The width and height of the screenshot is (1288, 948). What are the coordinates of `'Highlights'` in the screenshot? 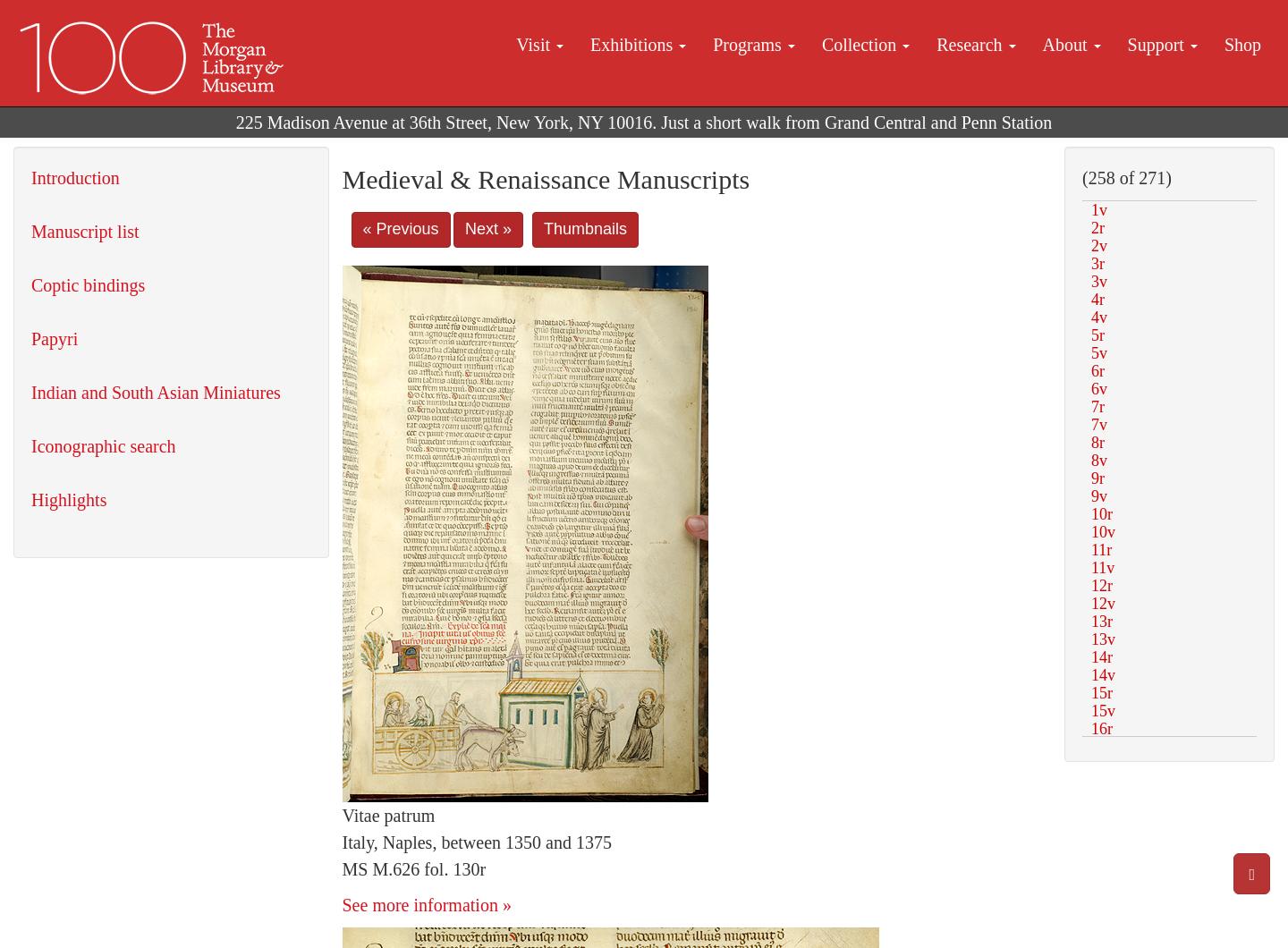 It's located at (69, 500).